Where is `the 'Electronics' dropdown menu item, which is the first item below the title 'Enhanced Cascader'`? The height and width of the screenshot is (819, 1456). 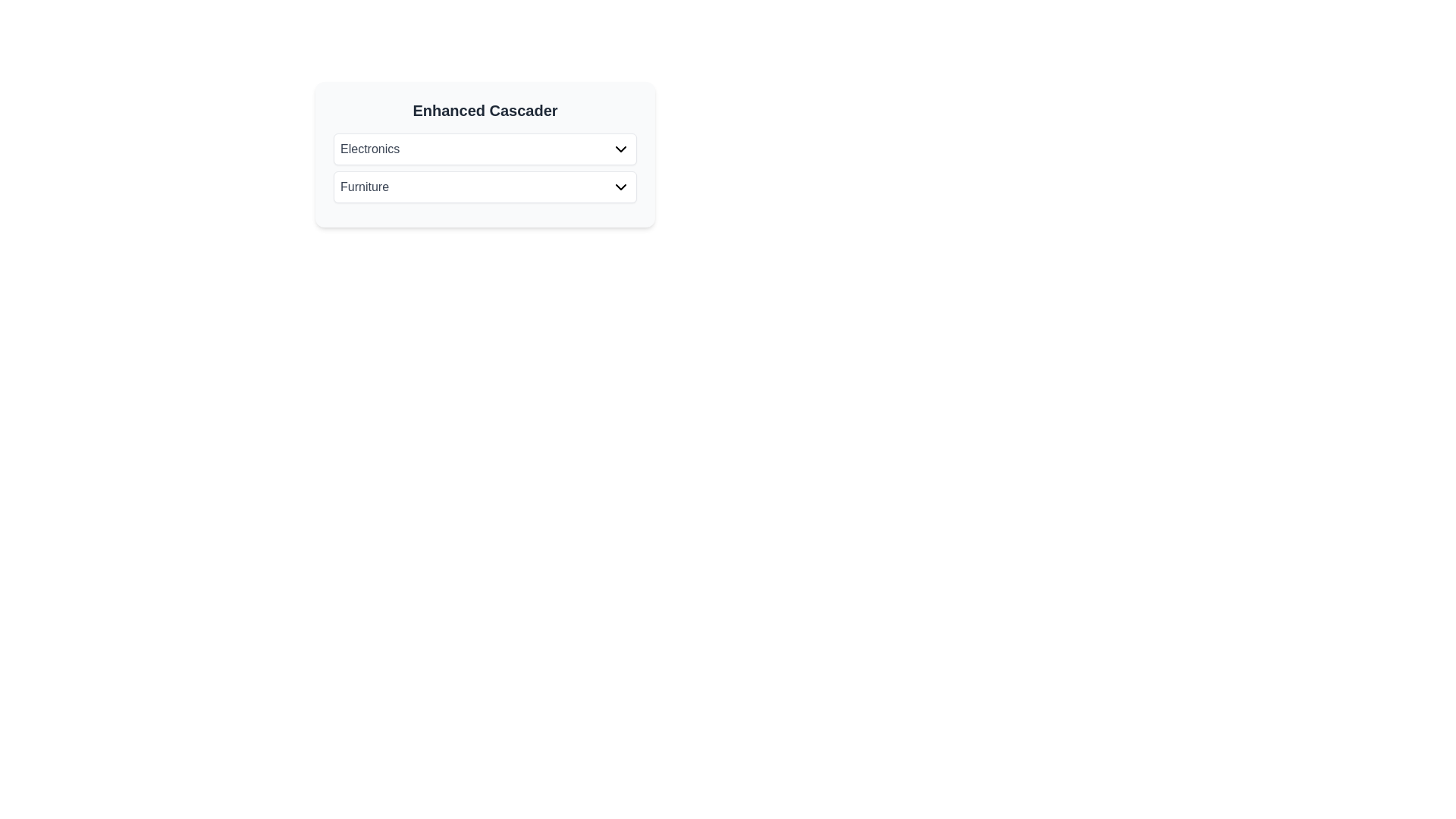 the 'Electronics' dropdown menu item, which is the first item below the title 'Enhanced Cascader' is located at coordinates (484, 149).